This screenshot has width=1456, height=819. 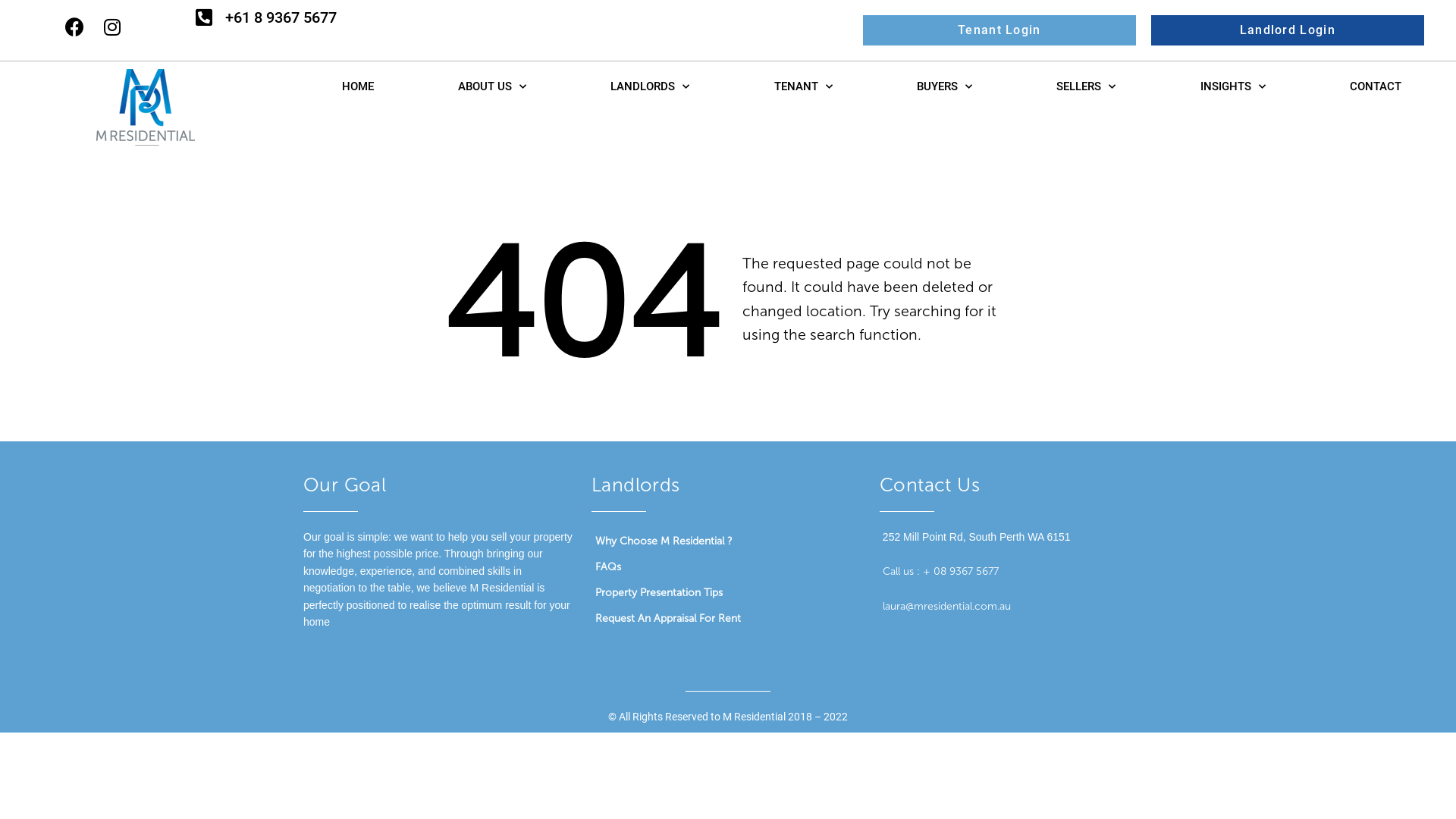 I want to click on 'SELLERS', so click(x=1085, y=86).